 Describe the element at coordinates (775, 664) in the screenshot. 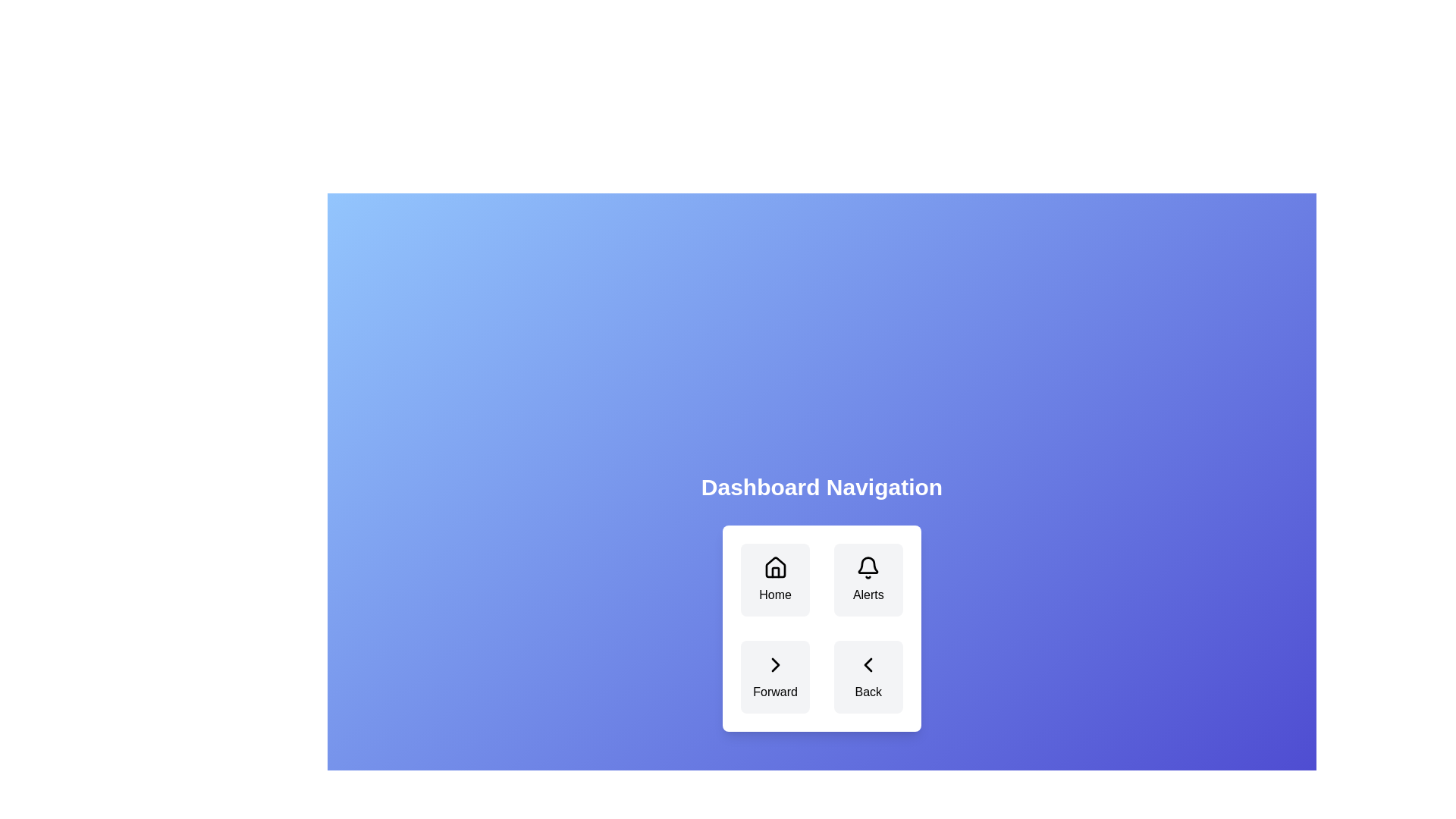

I see `the forward navigation icon, which is an arrow icon located at the bottom-left corner of the 2x2 grid in the 'Dashboard Navigation' section` at that location.